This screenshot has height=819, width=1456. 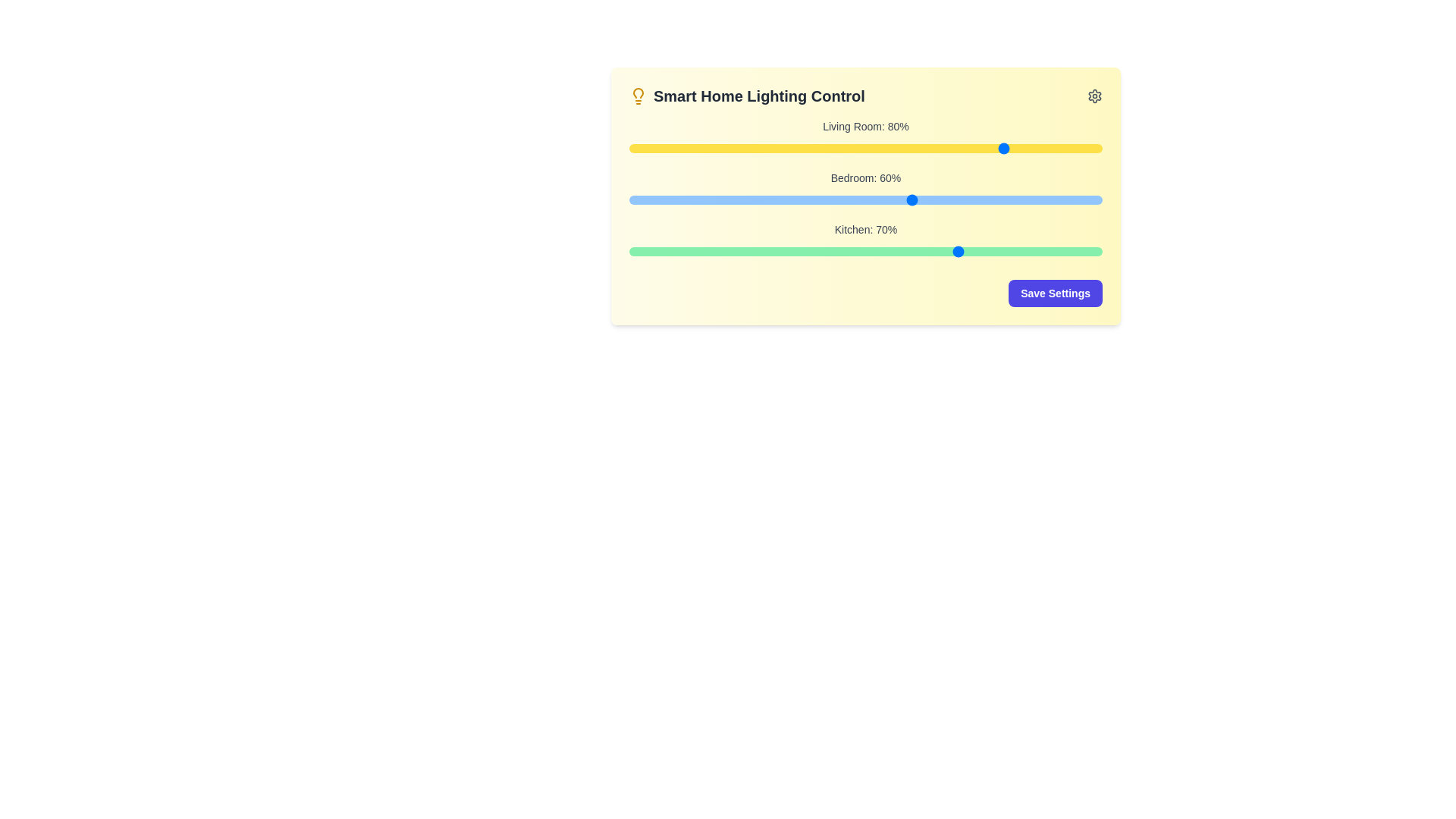 I want to click on the living room light intensity, so click(x=680, y=149).